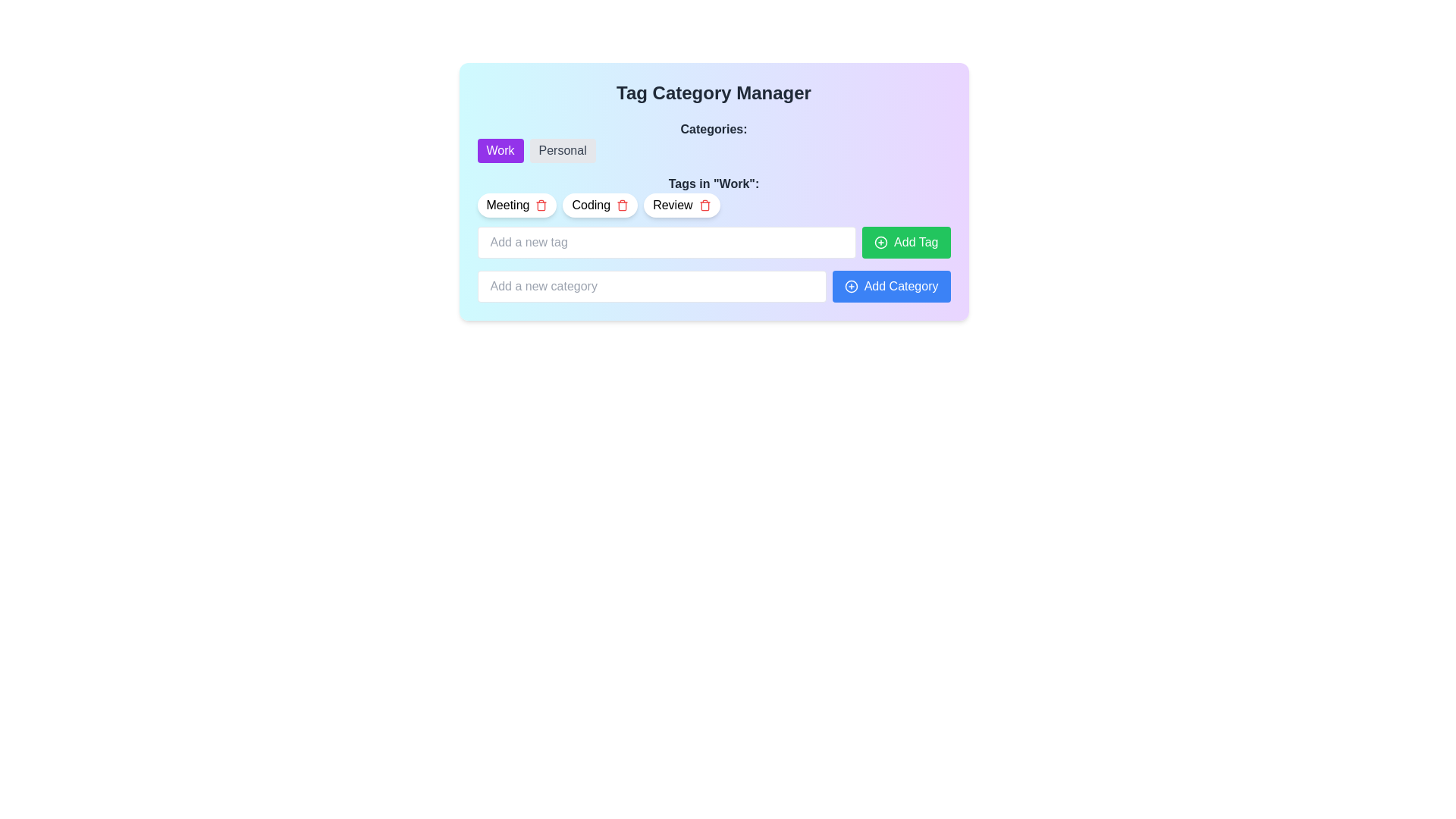 This screenshot has height=819, width=1456. Describe the element at coordinates (562, 151) in the screenshot. I see `the 'Personal' button with a light gray background and rounded corners` at that location.